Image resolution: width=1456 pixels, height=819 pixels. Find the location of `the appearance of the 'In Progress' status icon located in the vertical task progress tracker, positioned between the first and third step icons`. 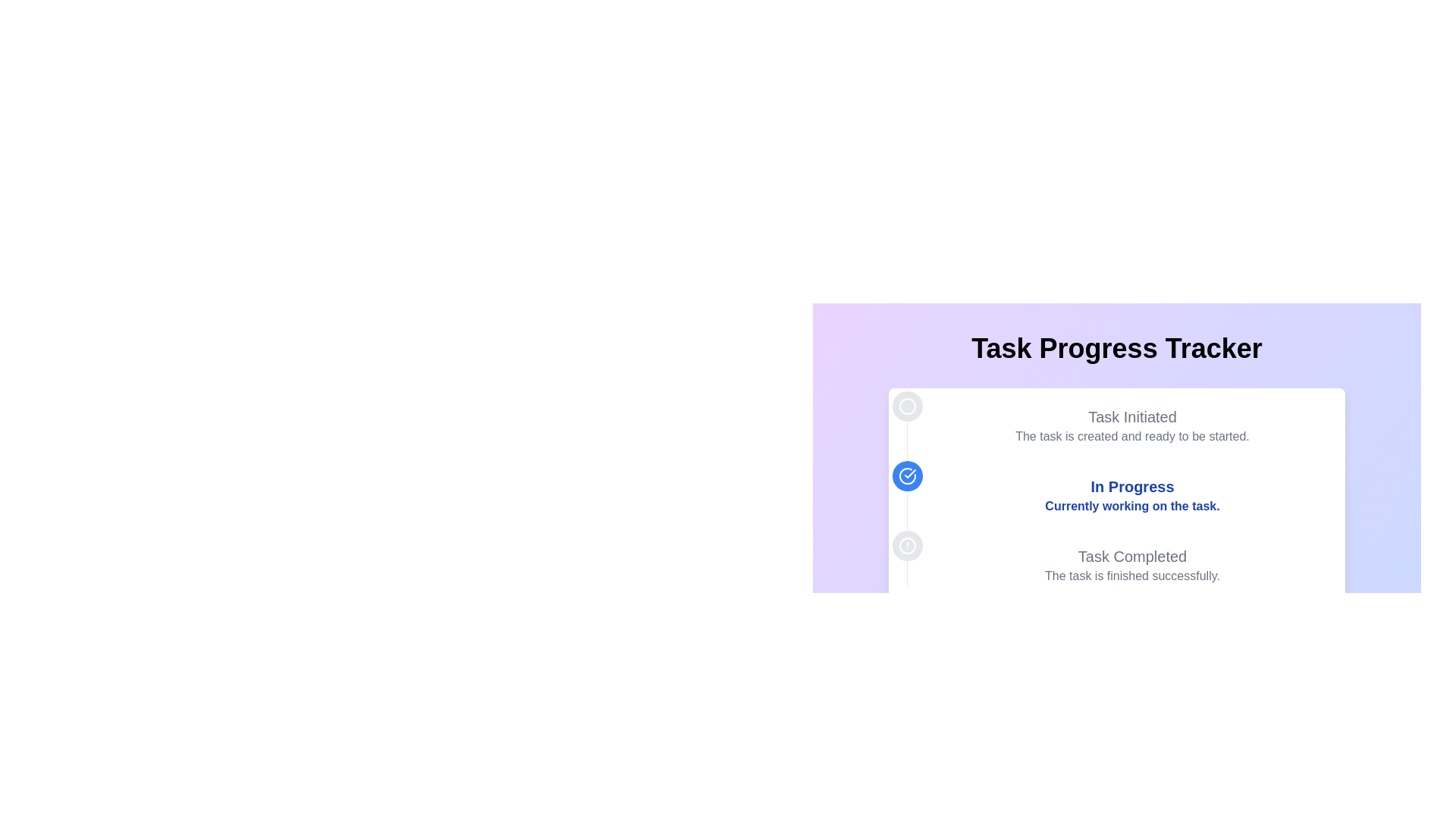

the appearance of the 'In Progress' status icon located in the vertical task progress tracker, positioned between the first and third step icons is located at coordinates (908, 475).